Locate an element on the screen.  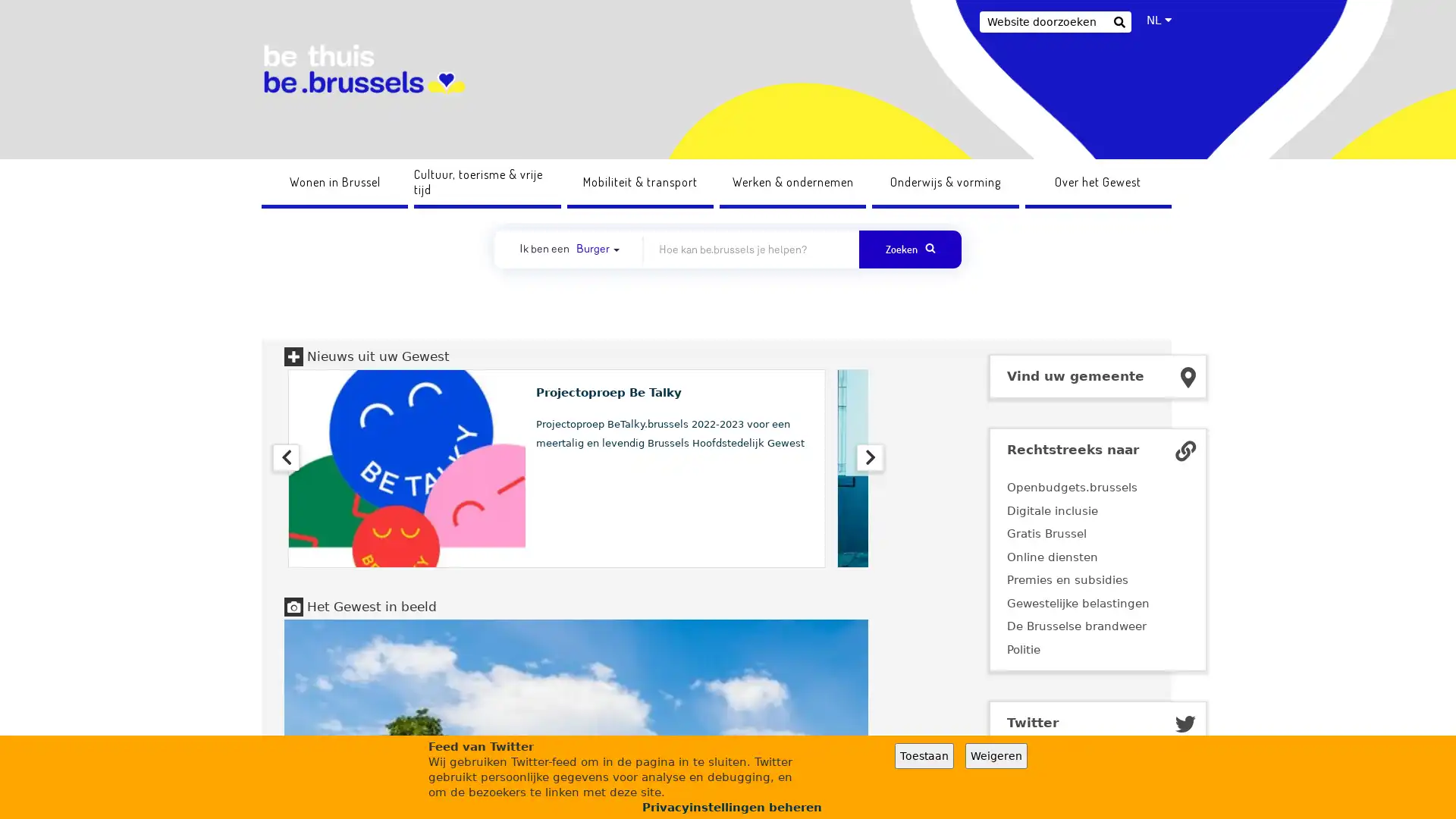
Weigeren is located at coordinates (996, 755).